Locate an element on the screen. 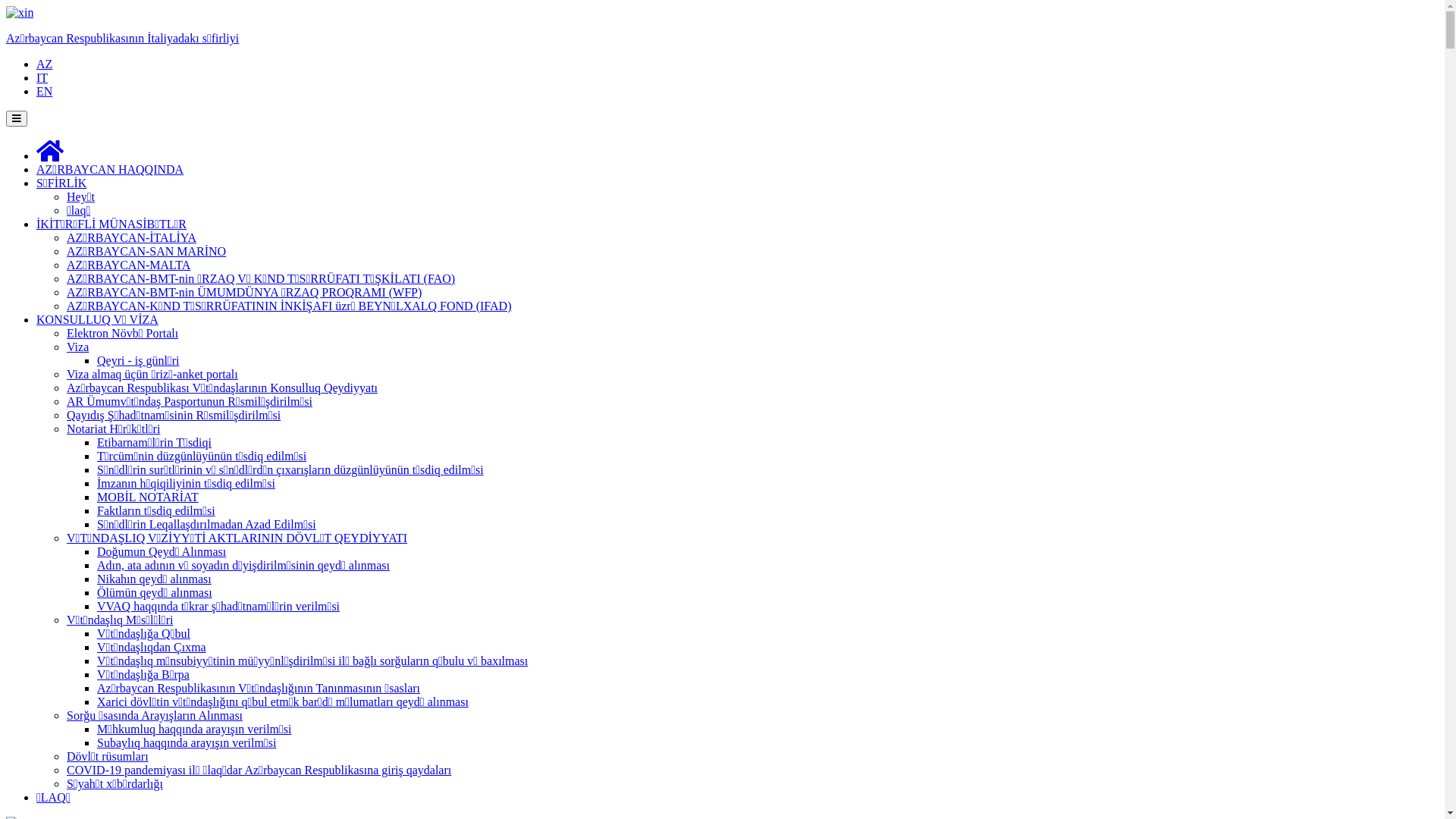 This screenshot has height=819, width=1456. 'AZ' is located at coordinates (44, 63).